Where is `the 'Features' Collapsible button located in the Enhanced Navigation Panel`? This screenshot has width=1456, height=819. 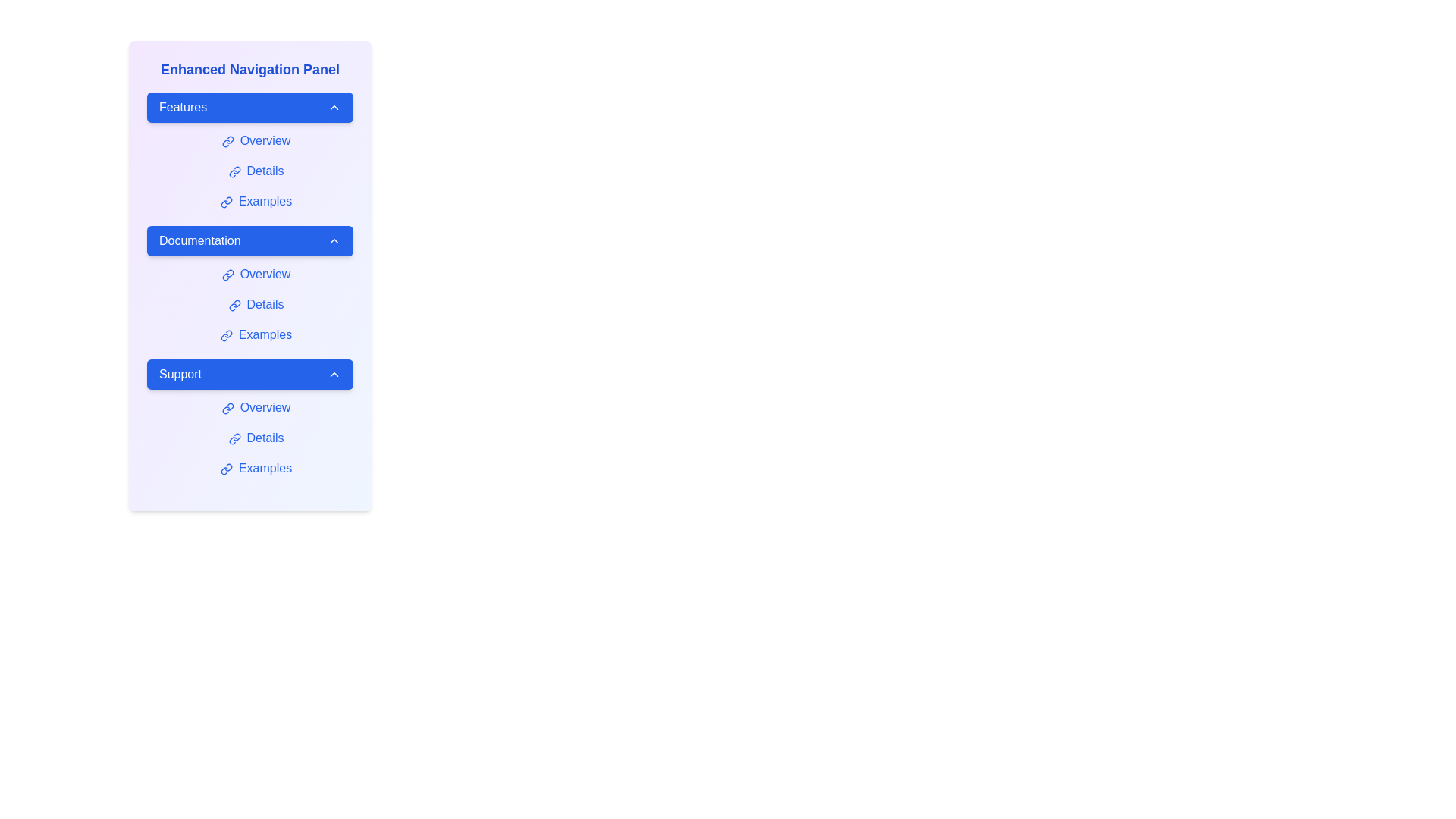
the 'Features' Collapsible button located in the Enhanced Navigation Panel is located at coordinates (250, 107).